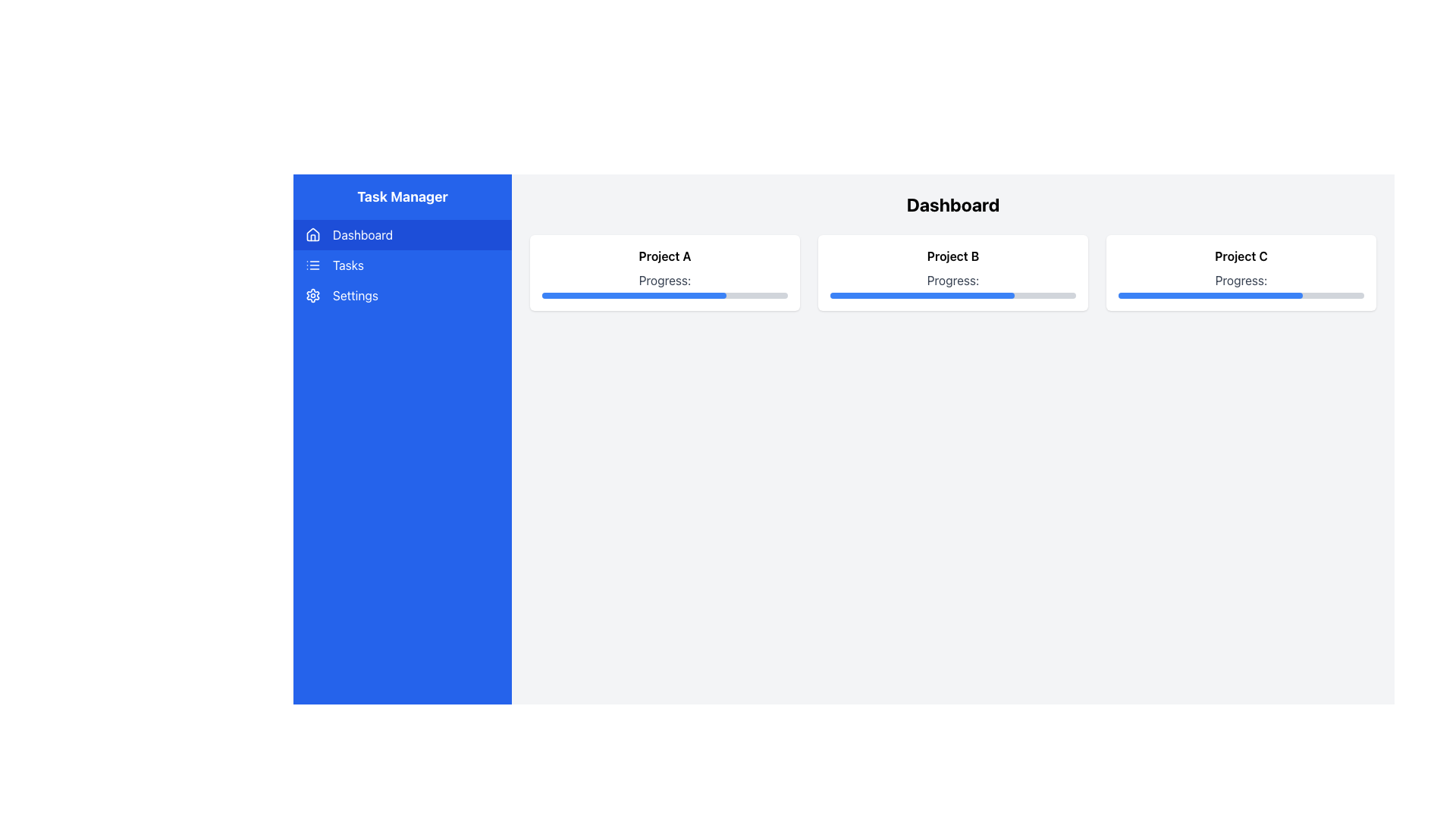 The width and height of the screenshot is (1456, 819). Describe the element at coordinates (354, 295) in the screenshot. I see `the 'Settings' text label in the navigation menu` at that location.